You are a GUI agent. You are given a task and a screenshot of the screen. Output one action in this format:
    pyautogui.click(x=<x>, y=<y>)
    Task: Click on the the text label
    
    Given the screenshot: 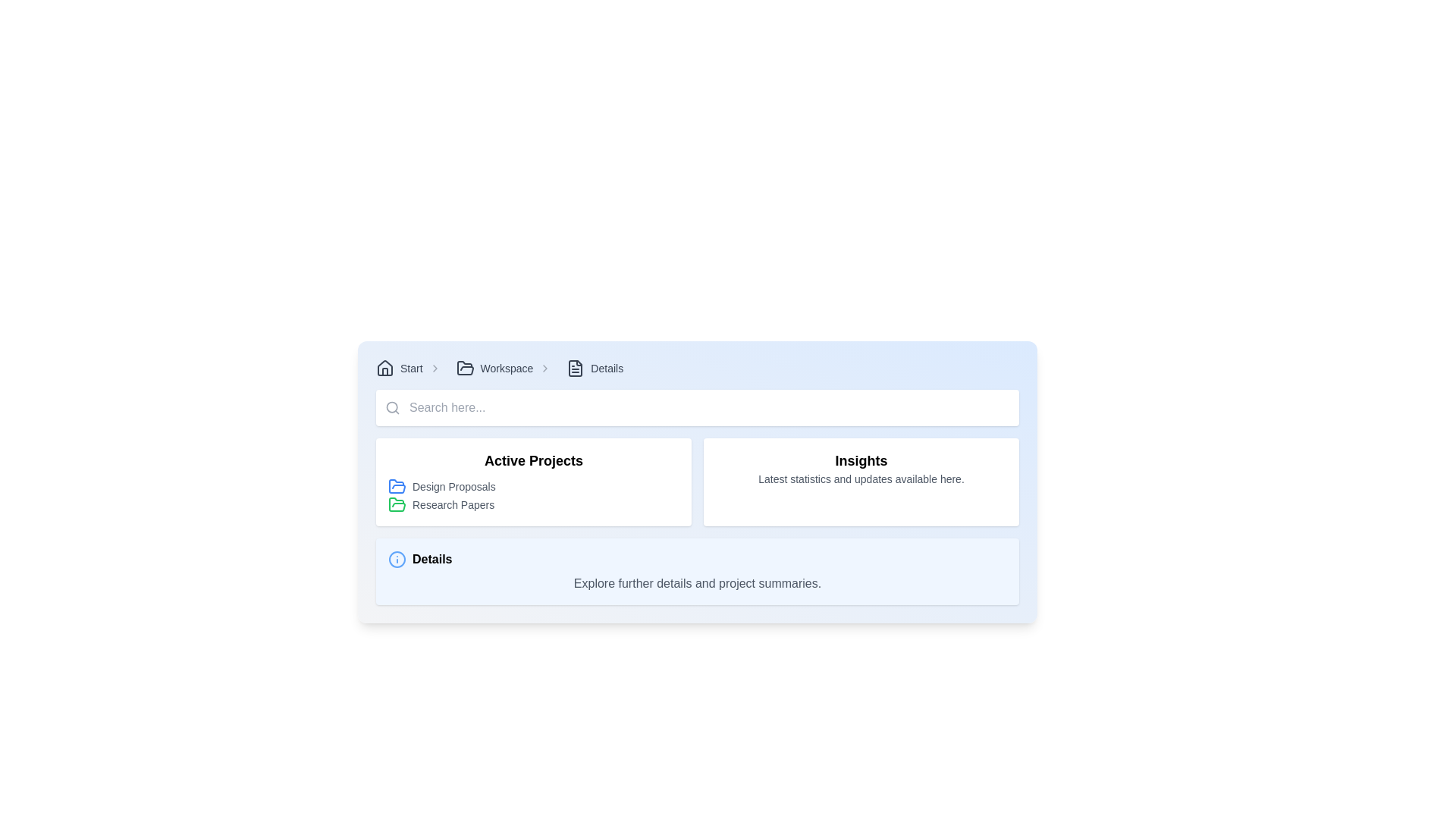 What is the action you would take?
    pyautogui.click(x=453, y=505)
    